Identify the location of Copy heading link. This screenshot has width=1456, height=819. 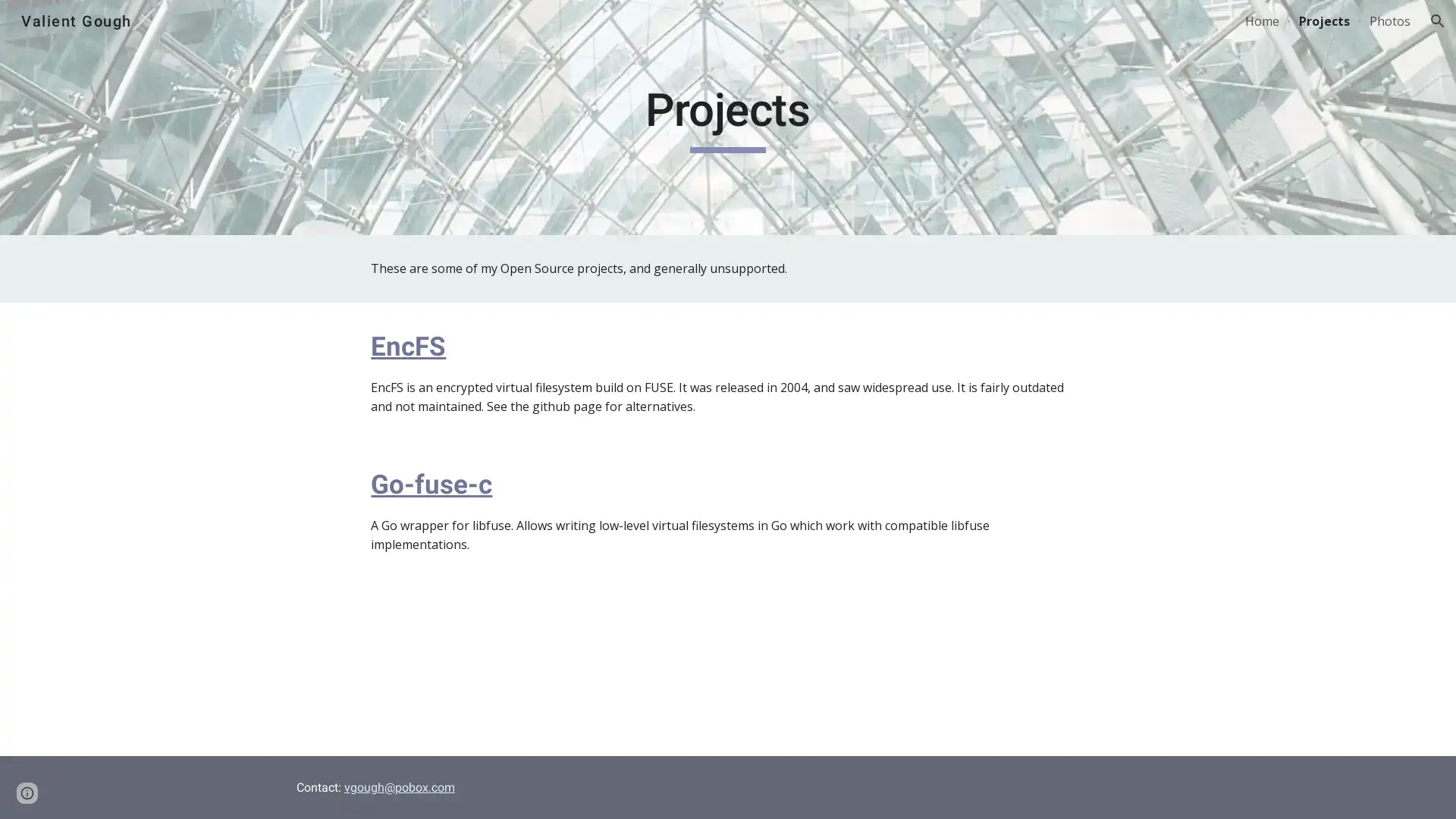
(462, 345).